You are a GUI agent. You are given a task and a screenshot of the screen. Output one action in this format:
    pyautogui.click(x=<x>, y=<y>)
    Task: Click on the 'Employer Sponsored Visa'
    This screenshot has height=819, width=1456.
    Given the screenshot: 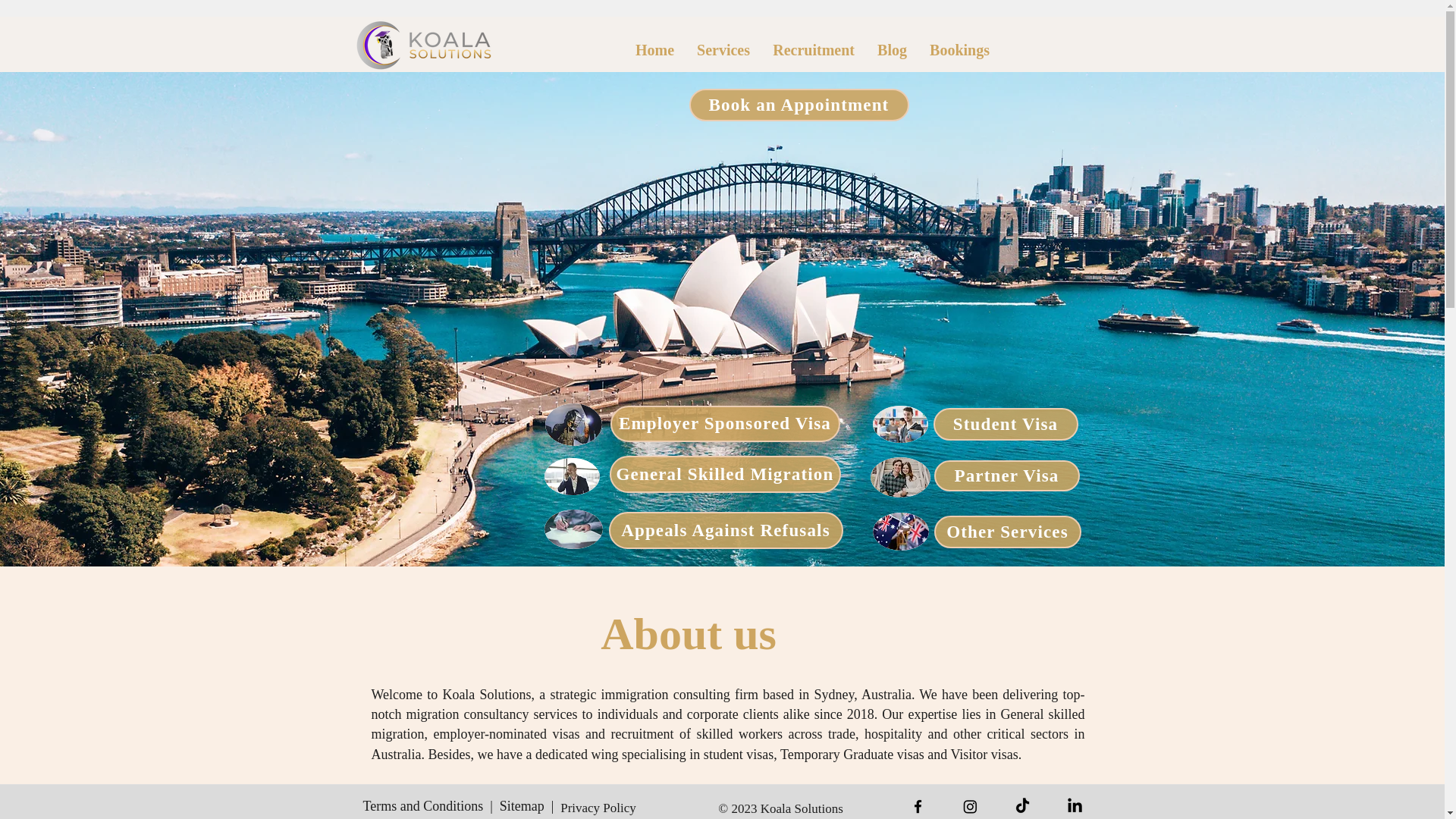 What is the action you would take?
    pyautogui.click(x=723, y=424)
    